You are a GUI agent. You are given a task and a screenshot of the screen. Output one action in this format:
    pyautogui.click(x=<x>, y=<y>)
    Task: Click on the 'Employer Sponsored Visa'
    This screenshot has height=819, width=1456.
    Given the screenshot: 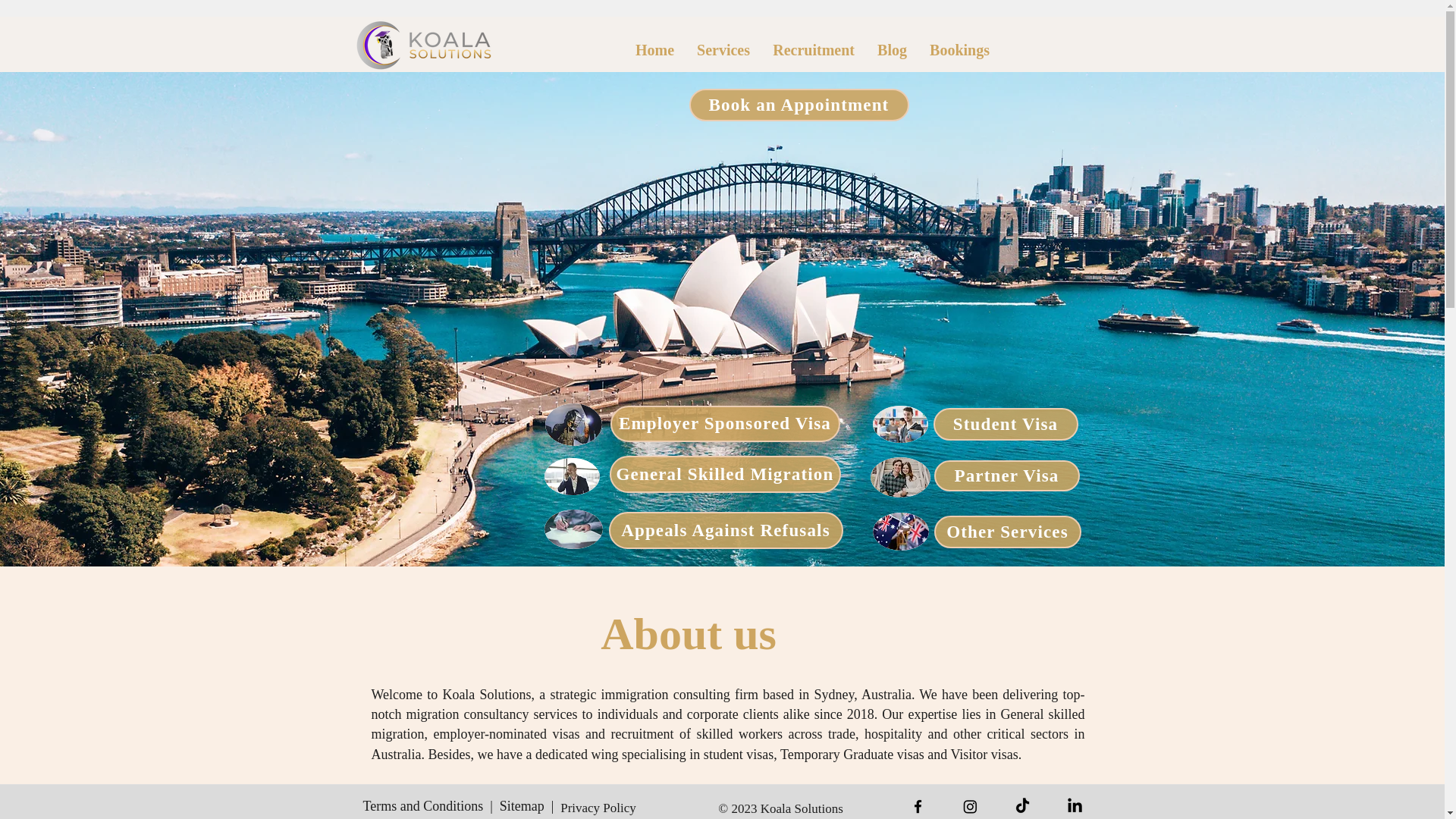 What is the action you would take?
    pyautogui.click(x=723, y=424)
    